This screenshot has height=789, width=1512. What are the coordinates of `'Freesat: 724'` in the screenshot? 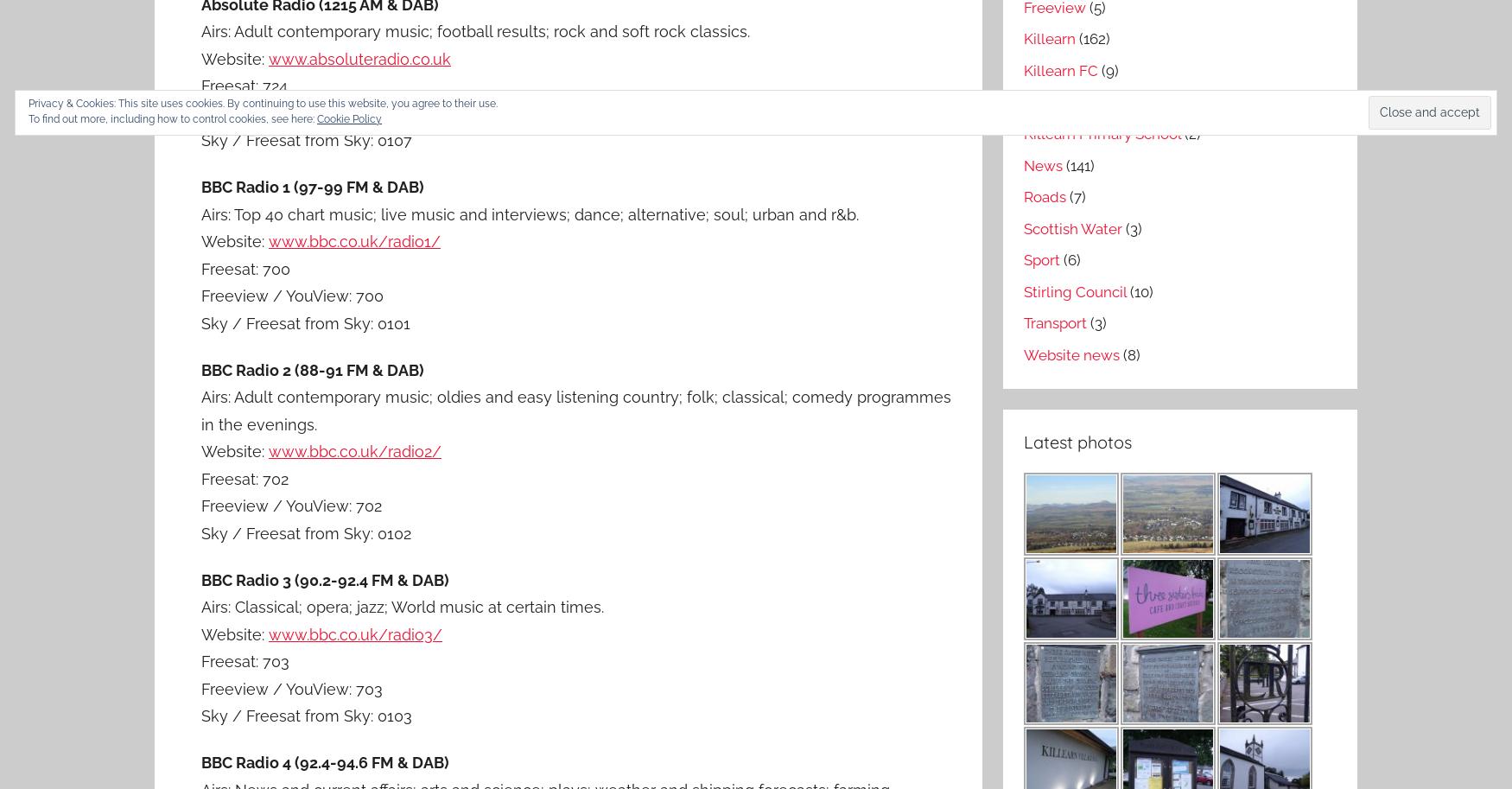 It's located at (243, 86).